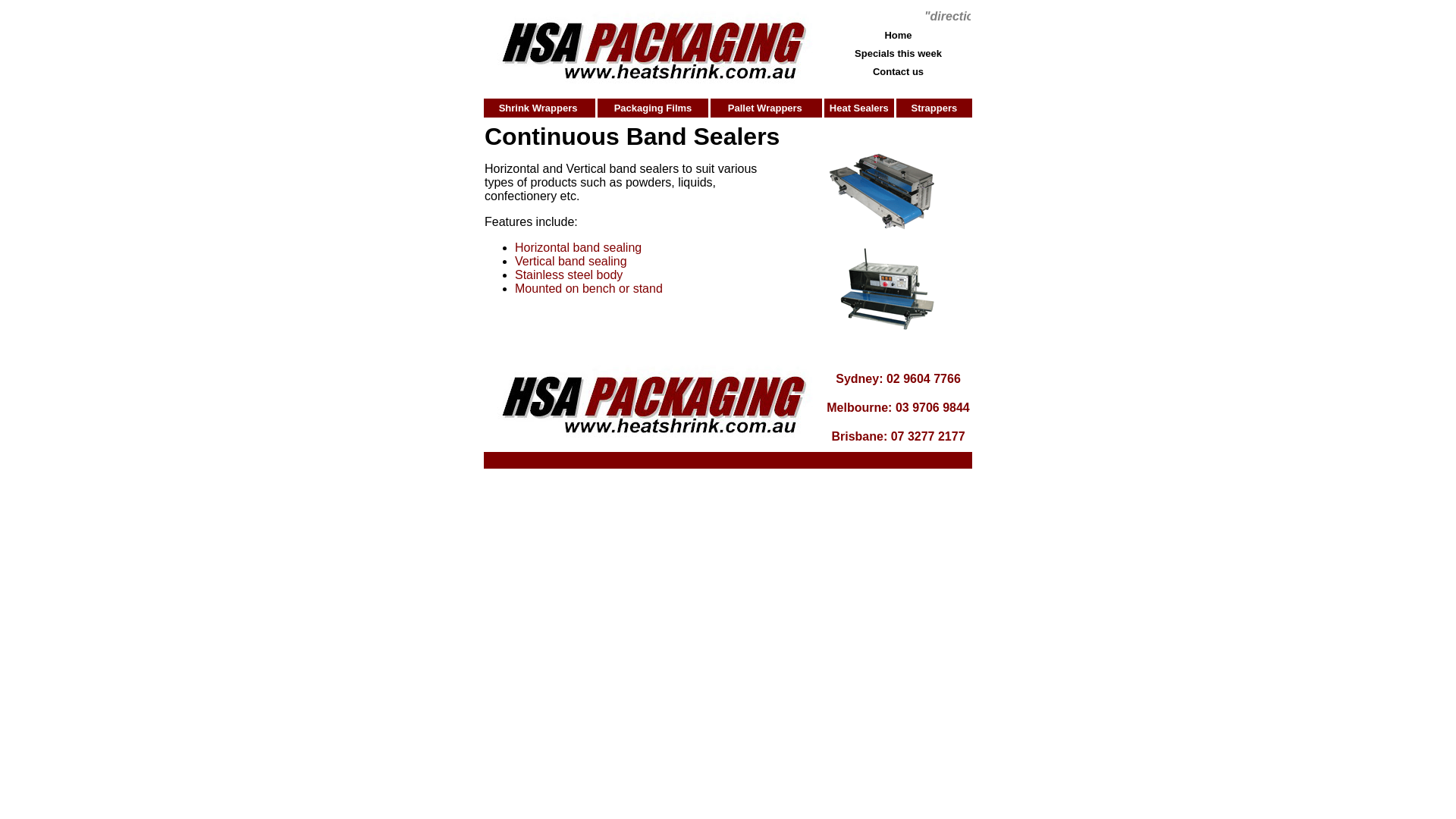 The image size is (1456, 819). I want to click on 'Specials this week', so click(898, 52).